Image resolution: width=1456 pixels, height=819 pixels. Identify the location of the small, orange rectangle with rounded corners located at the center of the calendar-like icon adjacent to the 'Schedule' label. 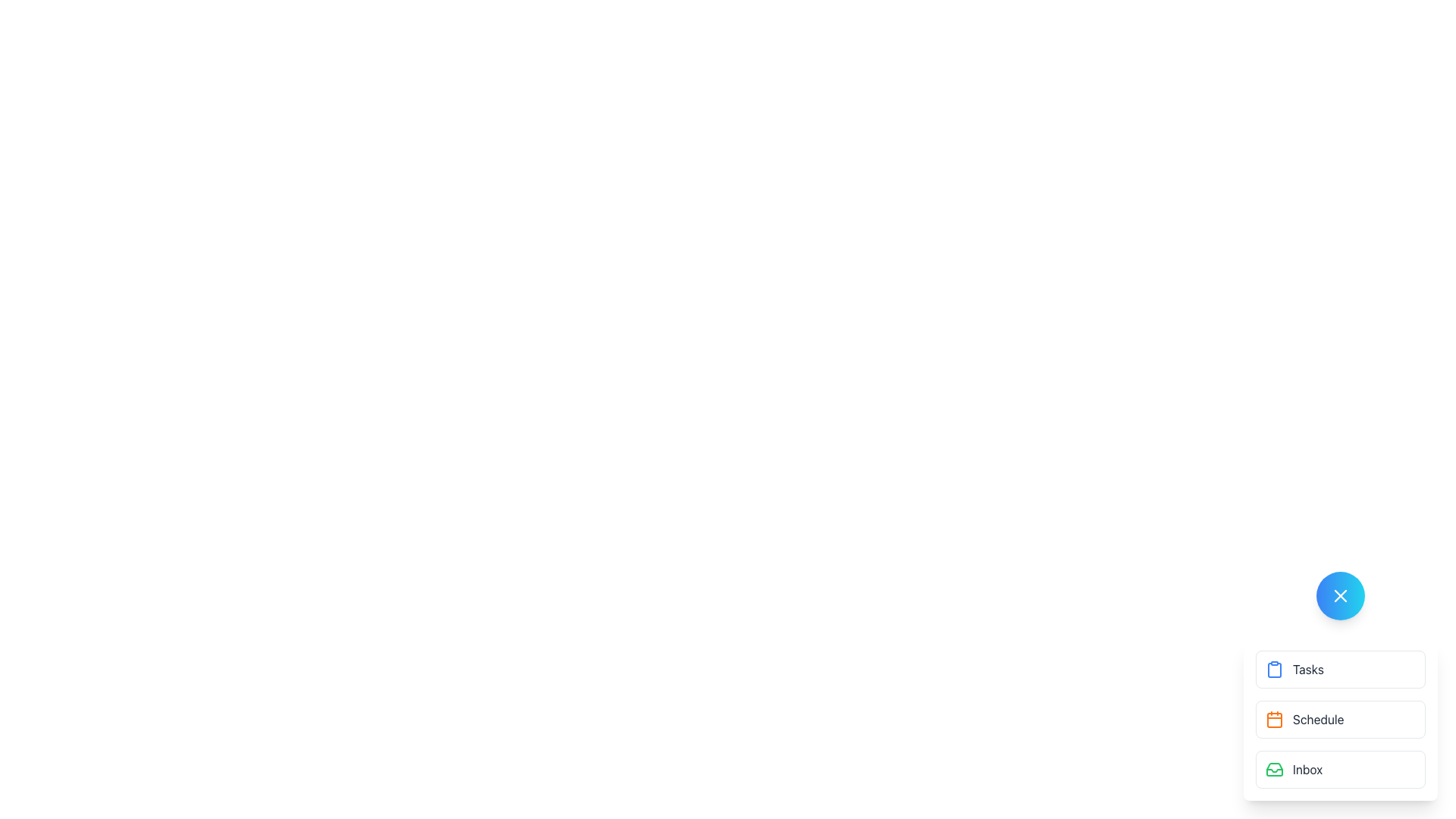
(1274, 719).